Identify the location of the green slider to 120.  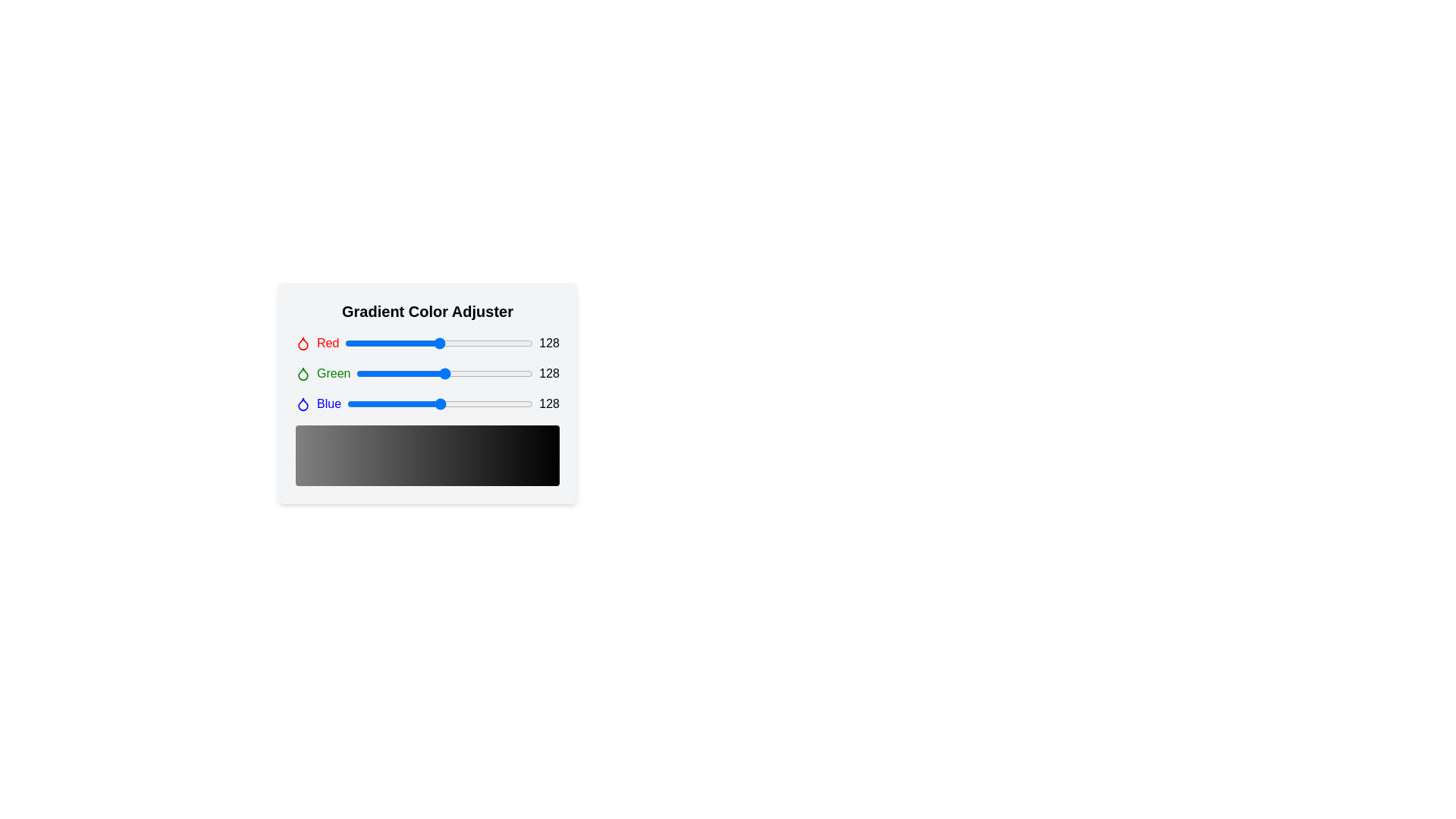
(439, 374).